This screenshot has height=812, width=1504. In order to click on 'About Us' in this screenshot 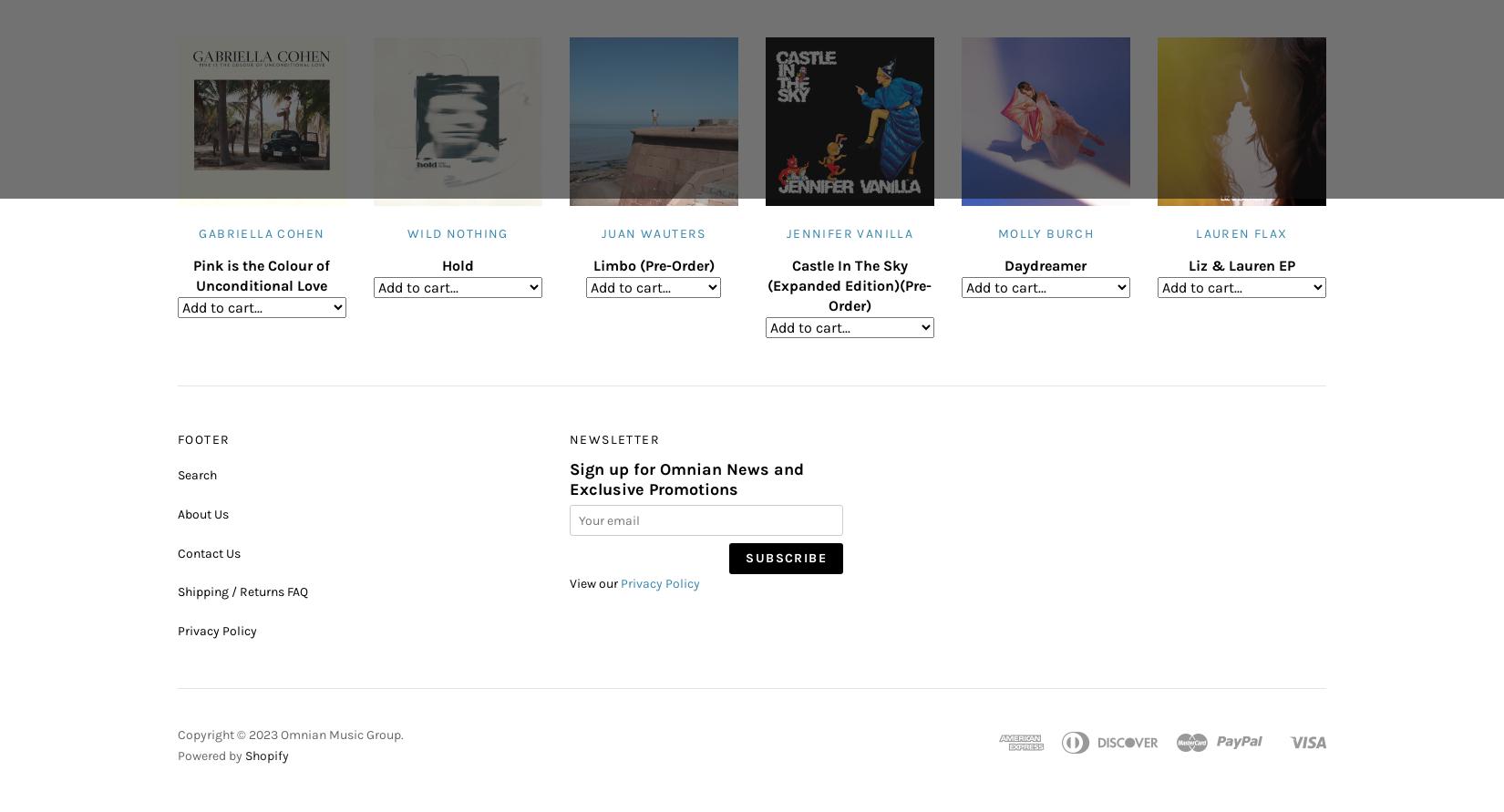, I will do `click(203, 513)`.